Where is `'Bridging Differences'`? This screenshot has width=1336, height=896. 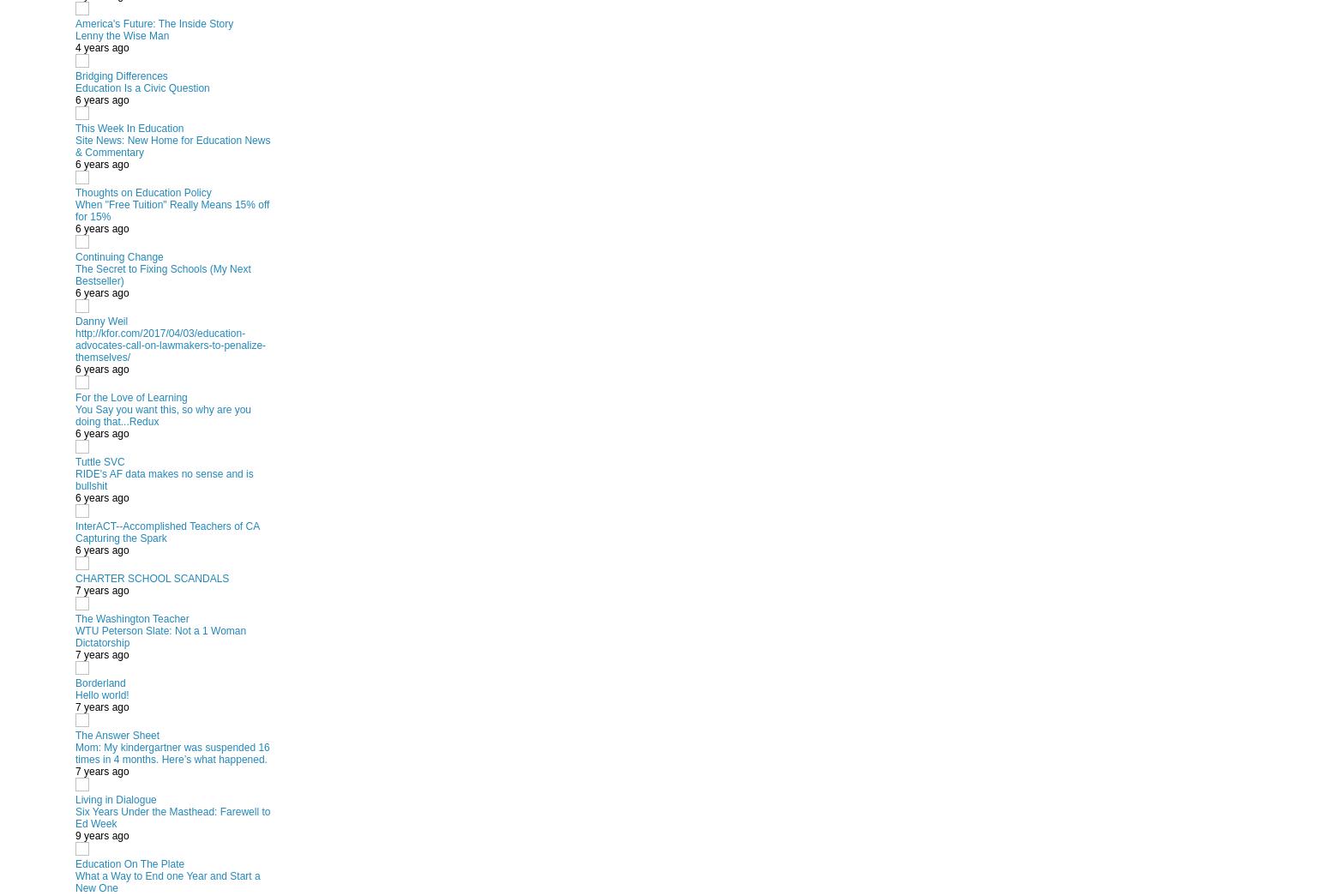
'Bridging Differences' is located at coordinates (120, 75).